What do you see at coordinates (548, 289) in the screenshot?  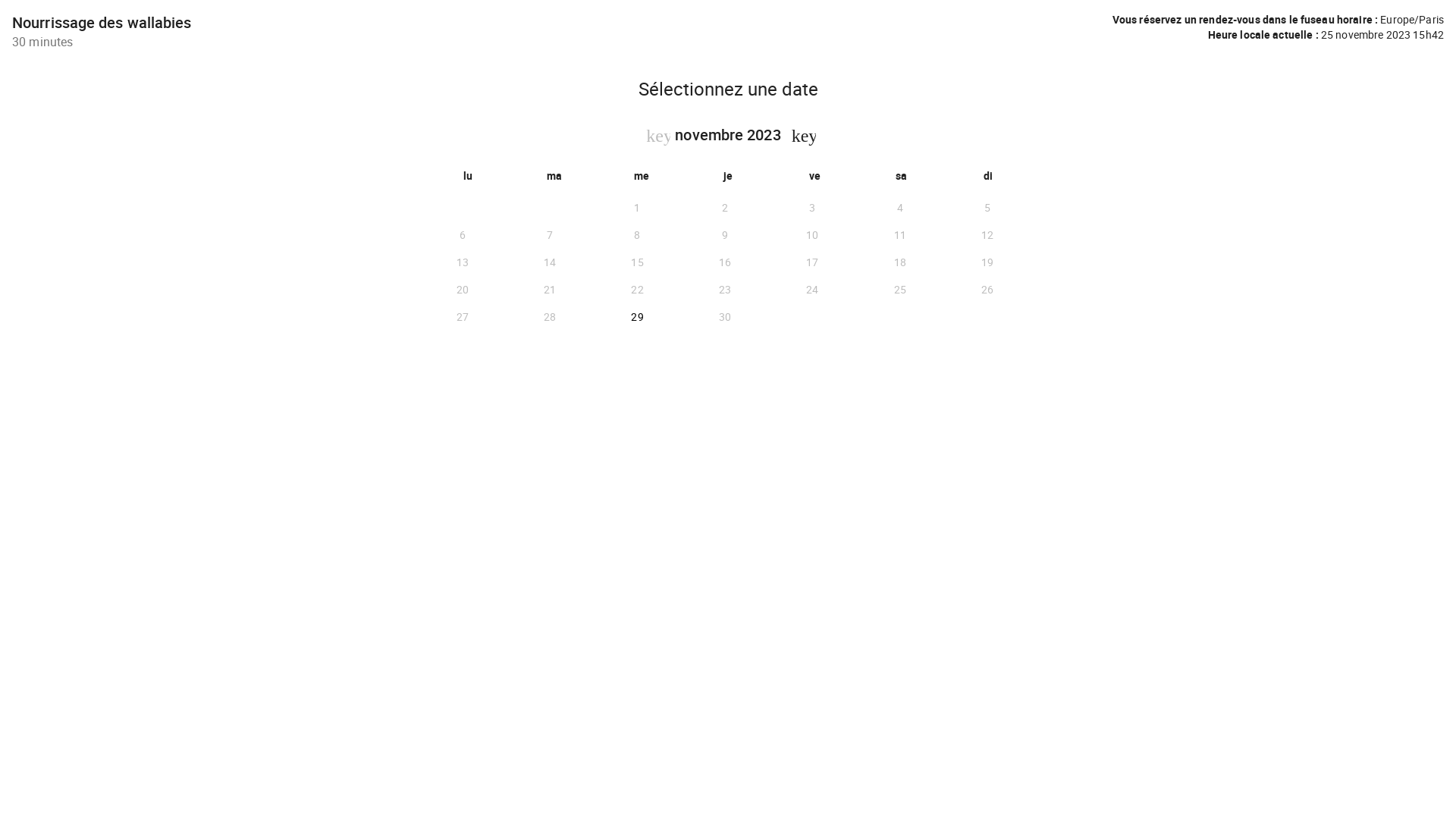 I see `'21'` at bounding box center [548, 289].